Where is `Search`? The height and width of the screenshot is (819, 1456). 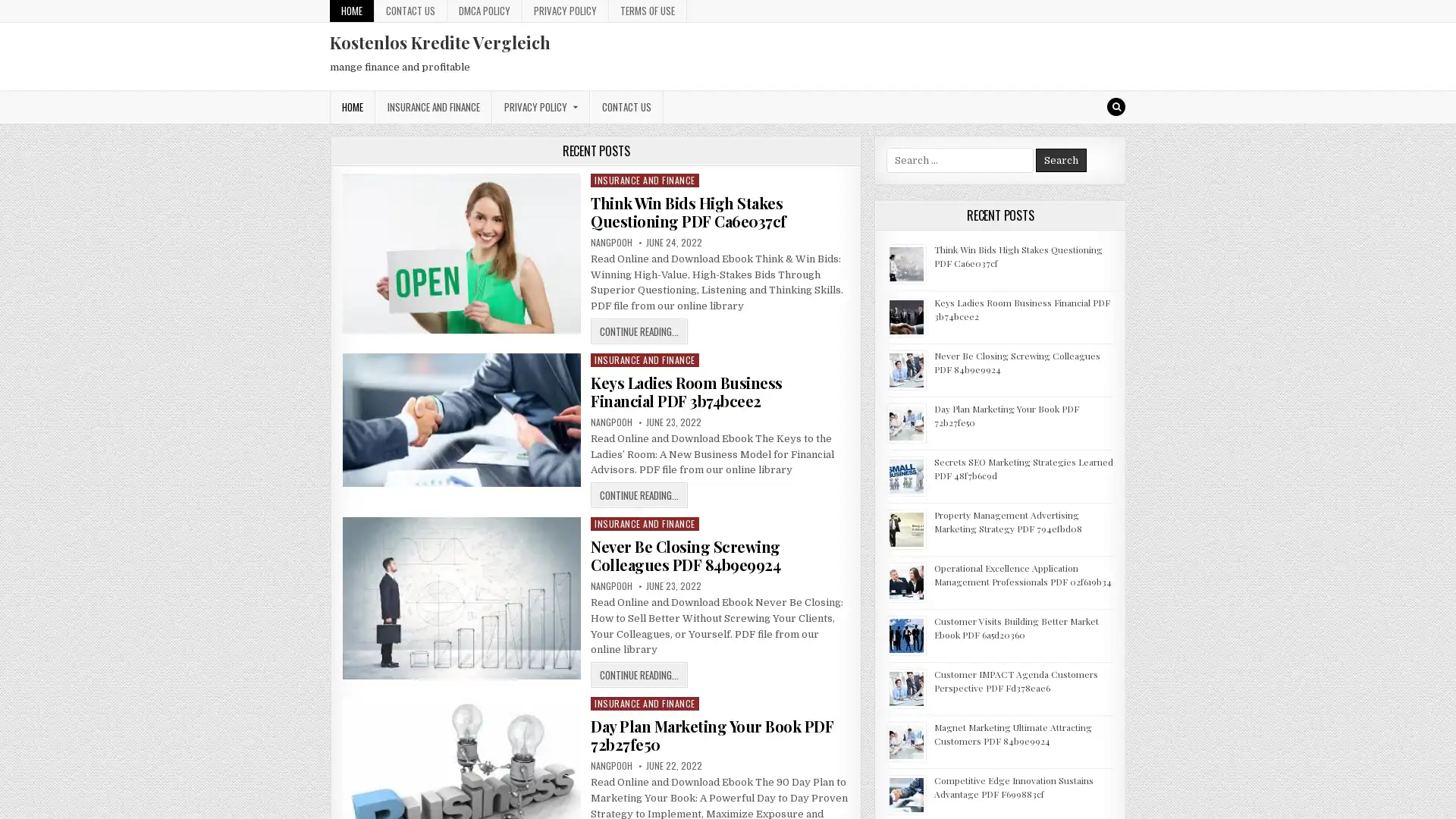 Search is located at coordinates (1060, 160).